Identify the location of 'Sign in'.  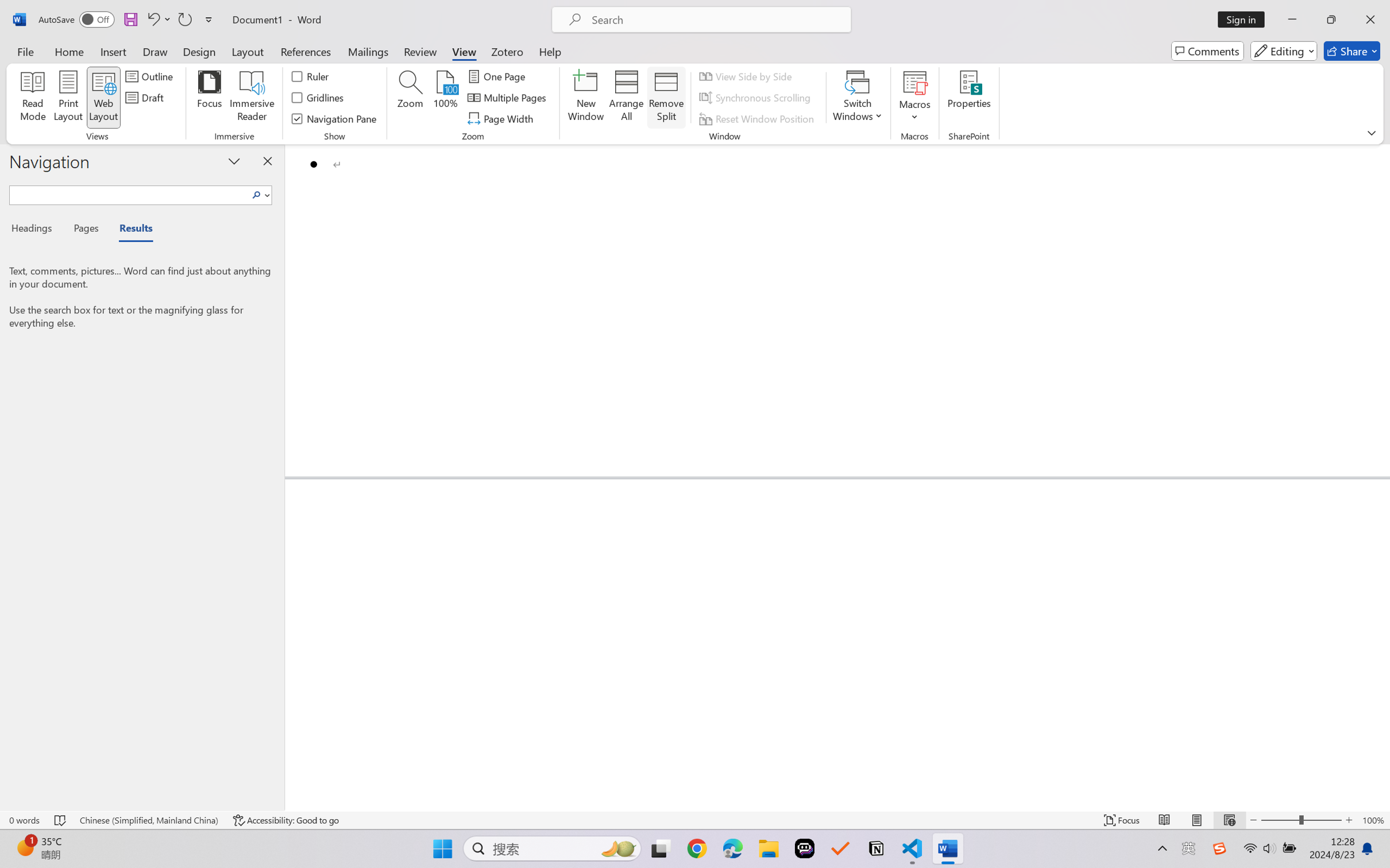
(1245, 19).